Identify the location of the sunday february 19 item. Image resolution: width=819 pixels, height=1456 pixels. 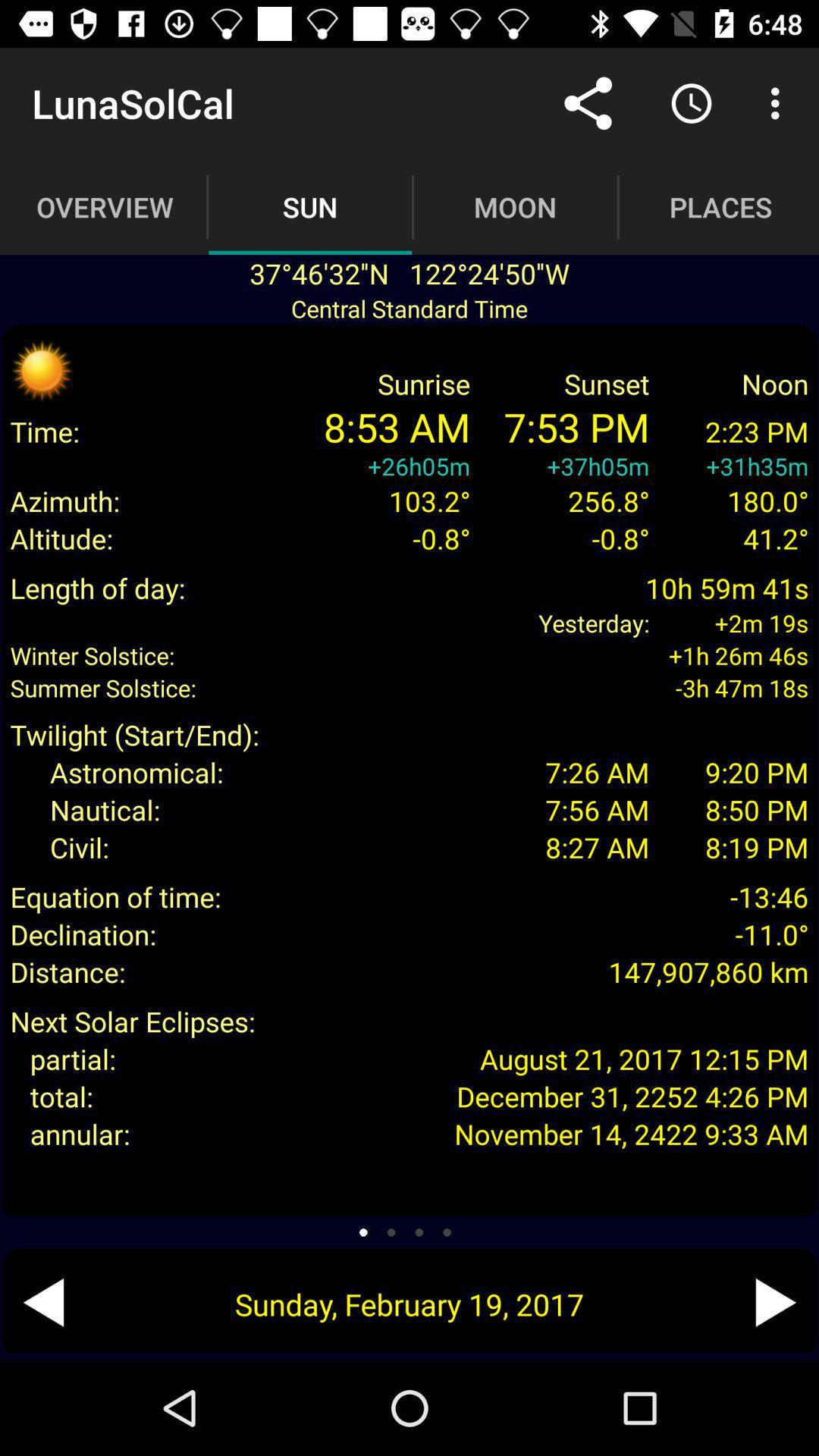
(409, 1304).